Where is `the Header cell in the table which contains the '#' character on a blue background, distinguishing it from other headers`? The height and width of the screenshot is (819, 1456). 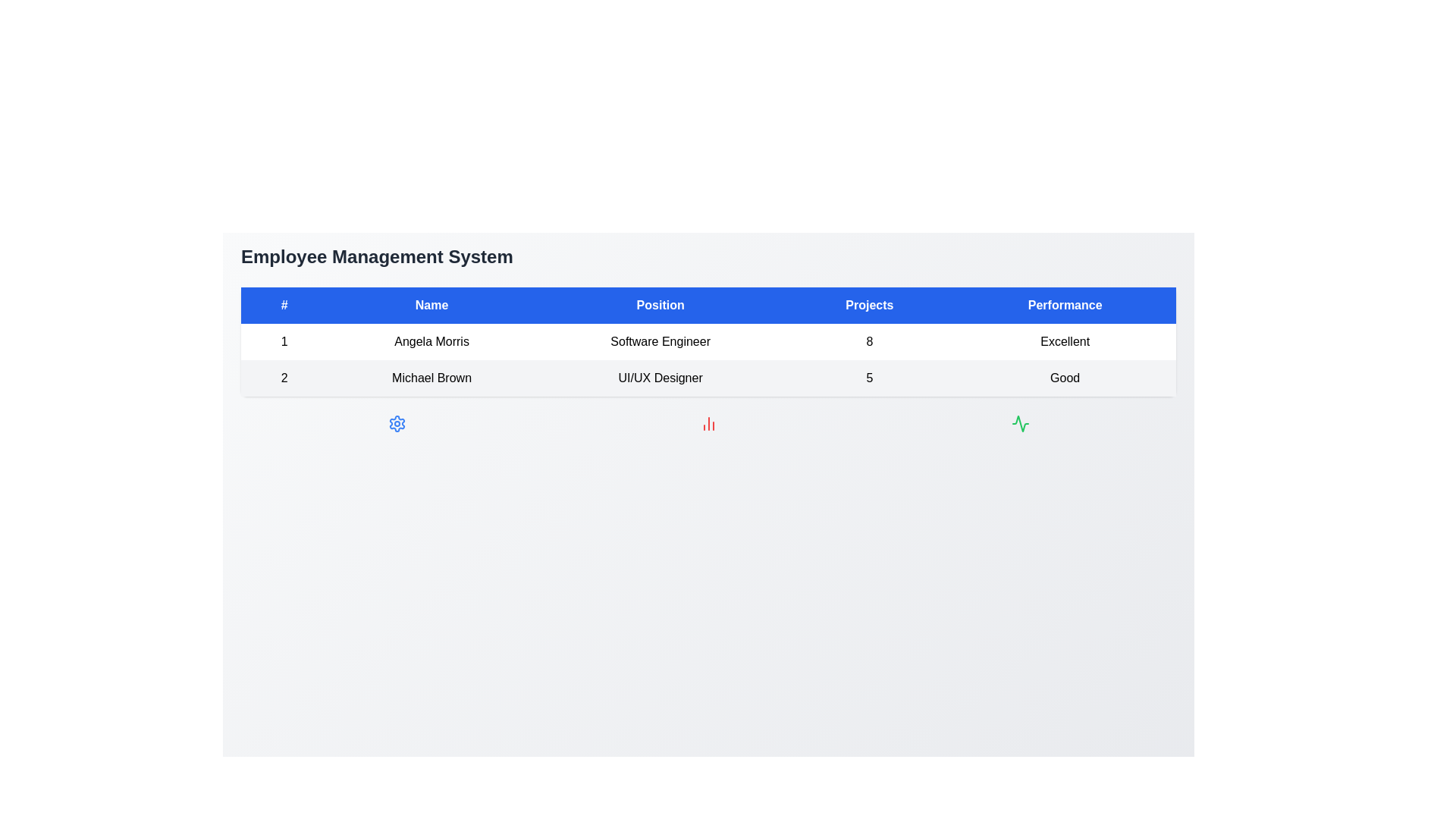 the Header cell in the table which contains the '#' character on a blue background, distinguishing it from other headers is located at coordinates (284, 305).